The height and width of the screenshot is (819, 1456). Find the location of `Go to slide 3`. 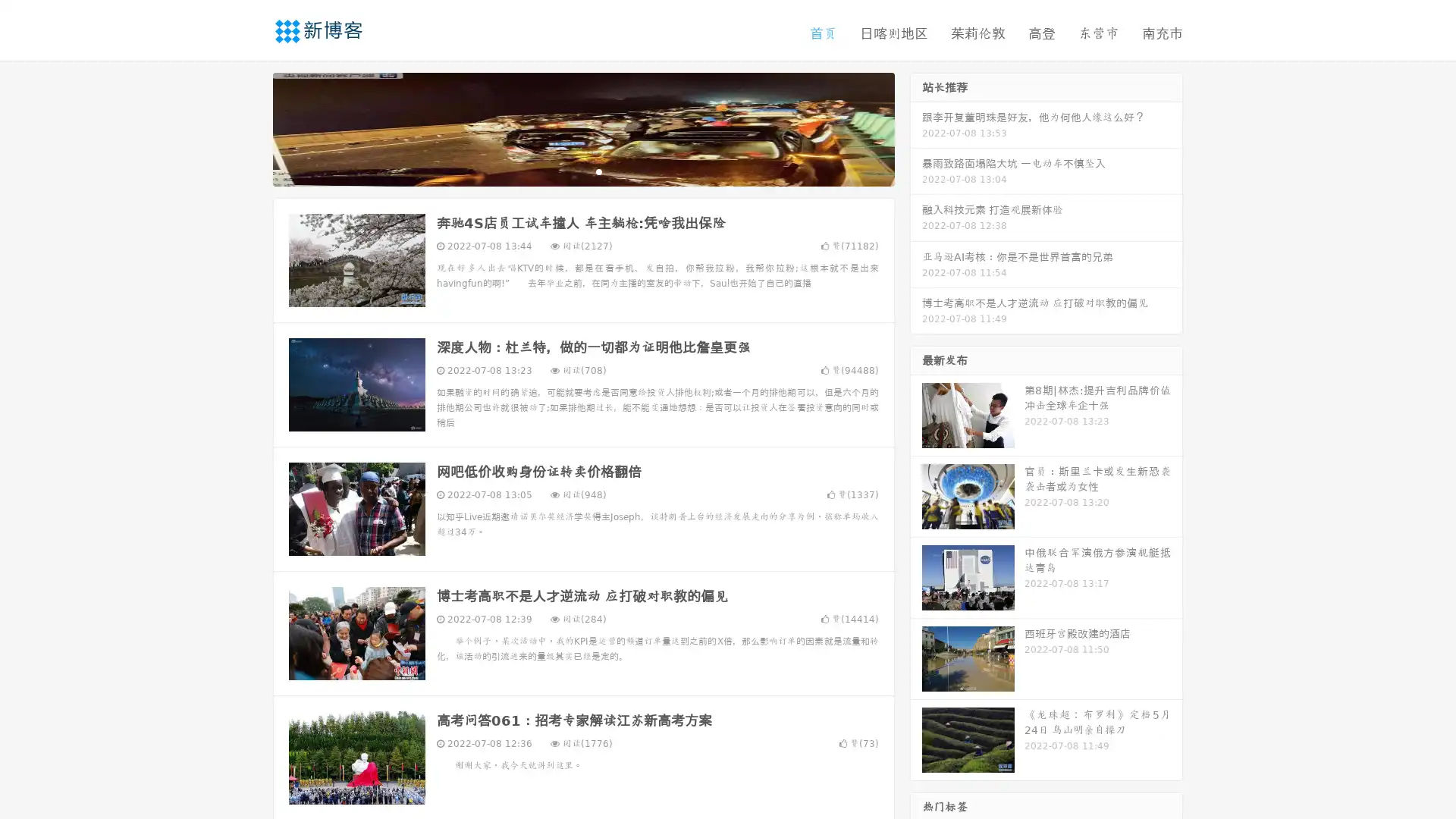

Go to slide 3 is located at coordinates (598, 171).